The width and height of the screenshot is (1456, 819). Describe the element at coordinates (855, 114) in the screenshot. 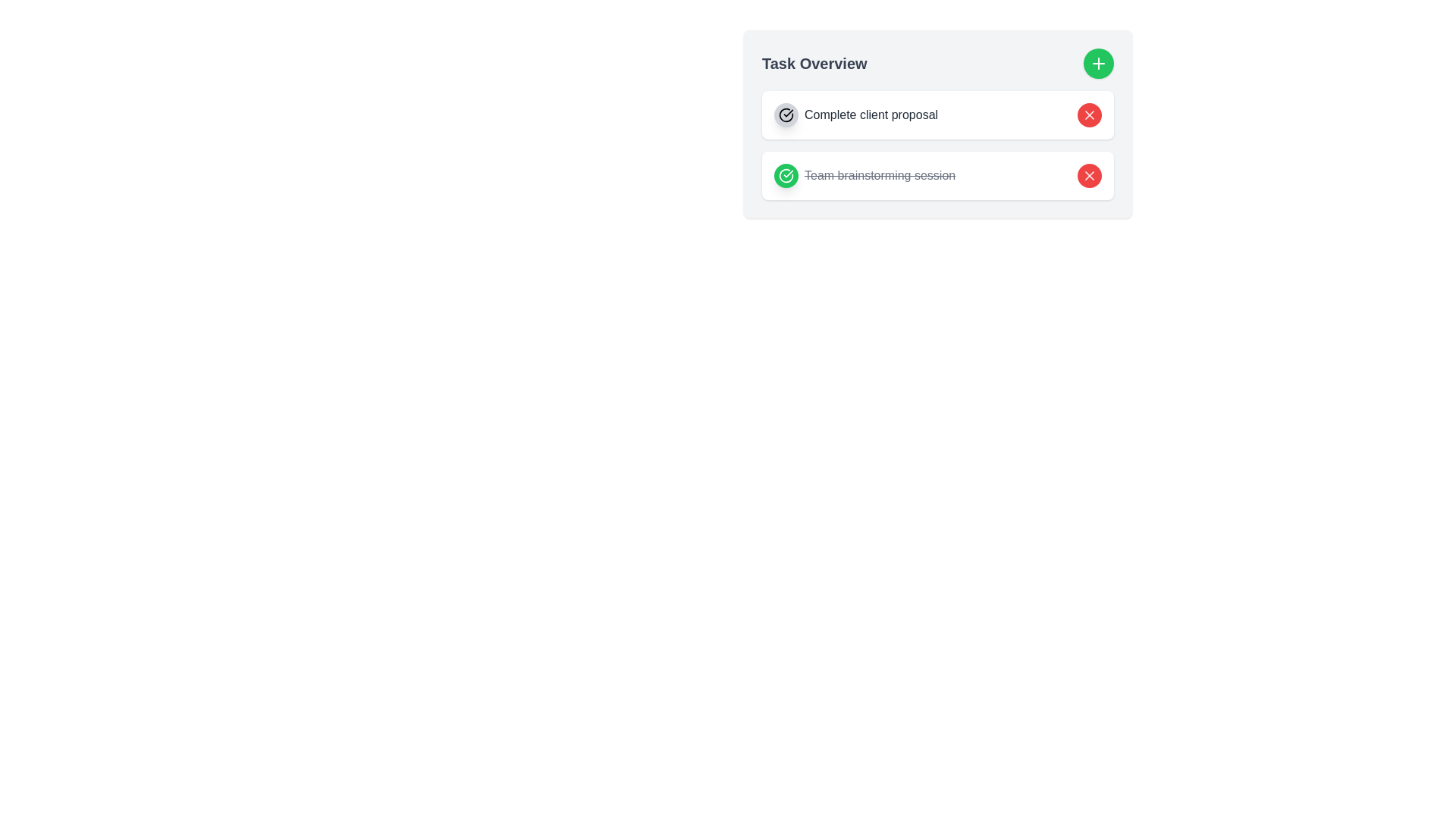

I see `first task label in the vertical list, which indicates 'Team brainstorming session'` at that location.